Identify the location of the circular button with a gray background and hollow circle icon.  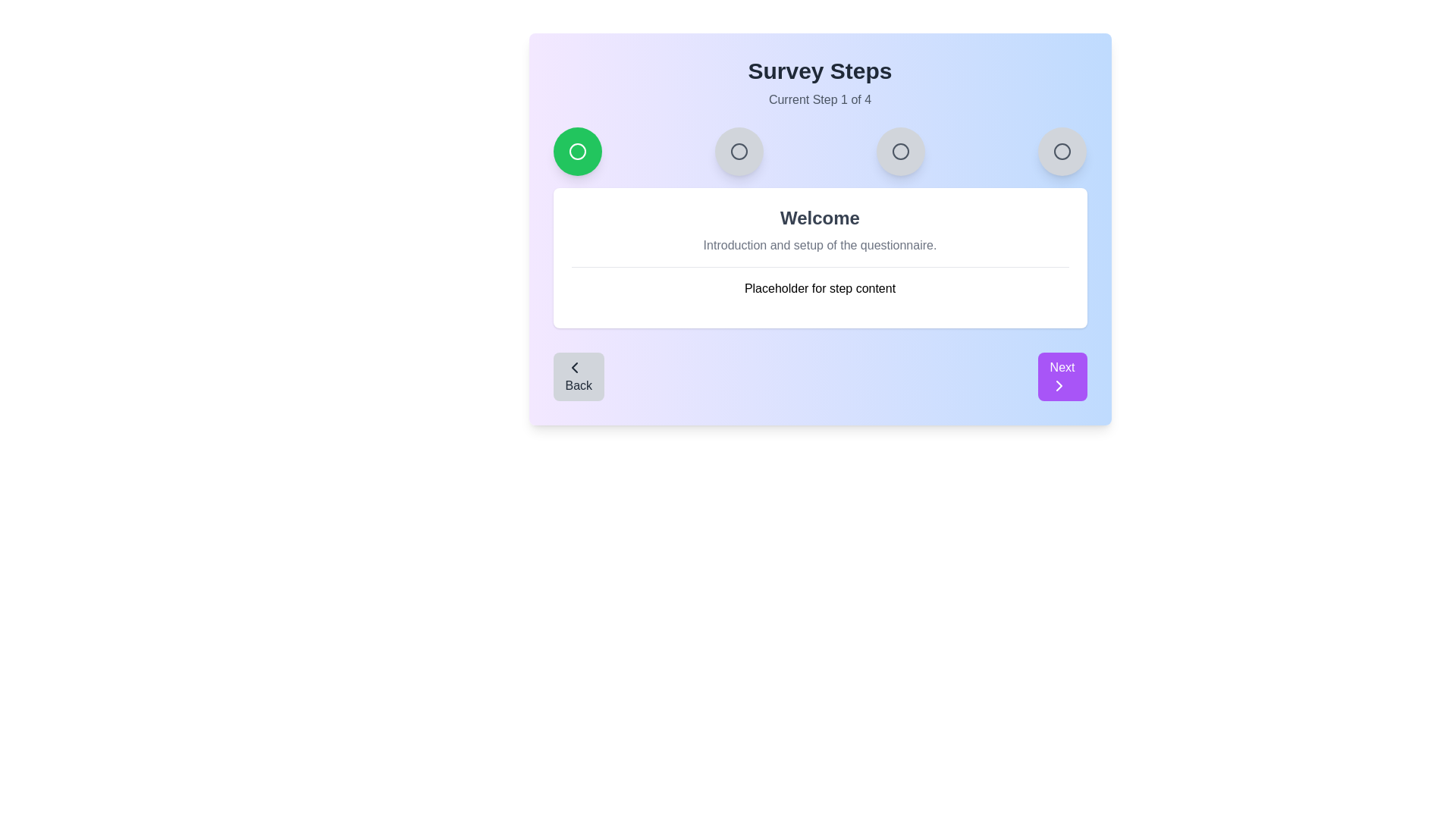
(901, 152).